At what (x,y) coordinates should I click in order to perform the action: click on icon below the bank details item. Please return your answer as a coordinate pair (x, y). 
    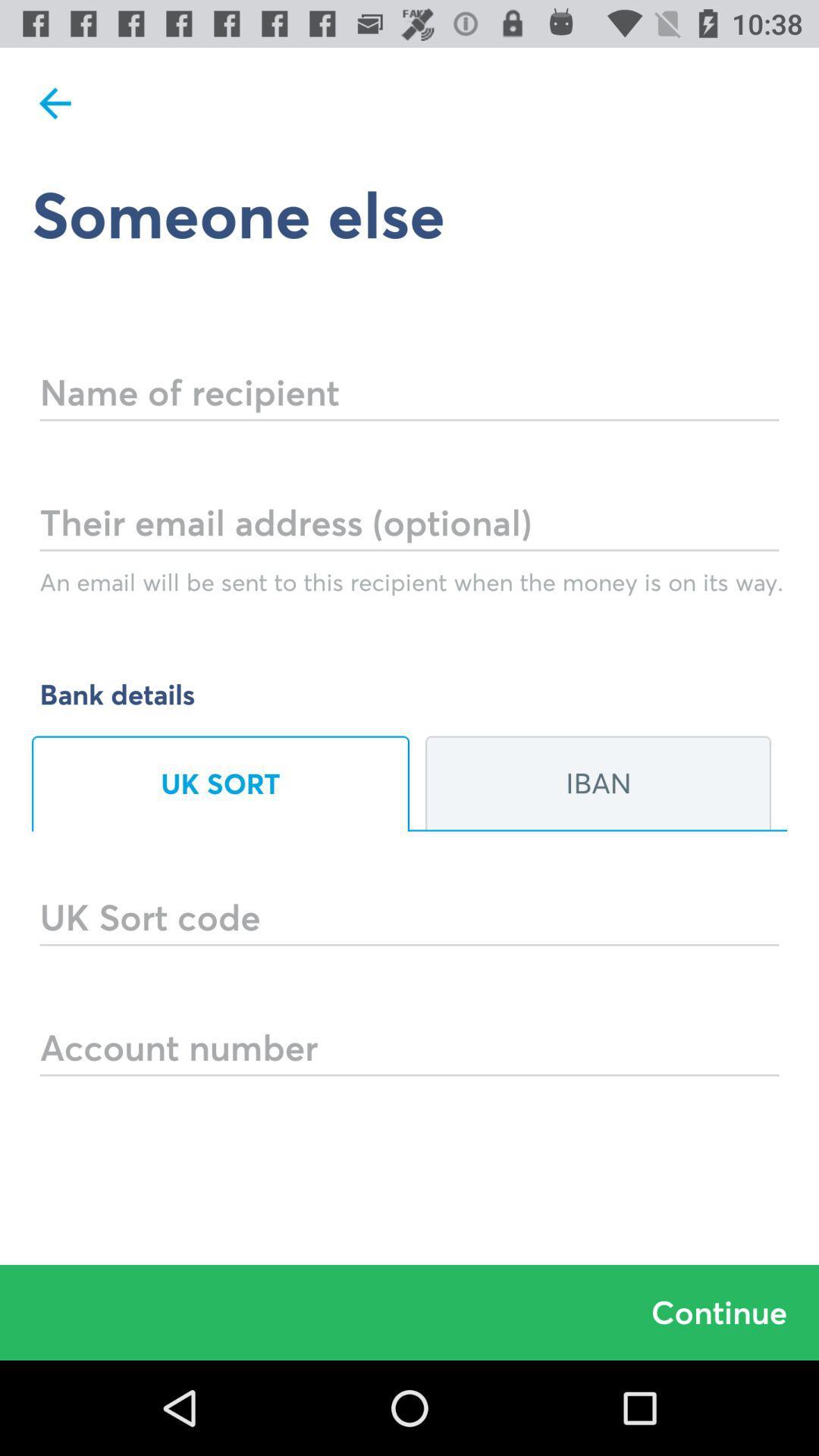
    Looking at the image, I should click on (220, 783).